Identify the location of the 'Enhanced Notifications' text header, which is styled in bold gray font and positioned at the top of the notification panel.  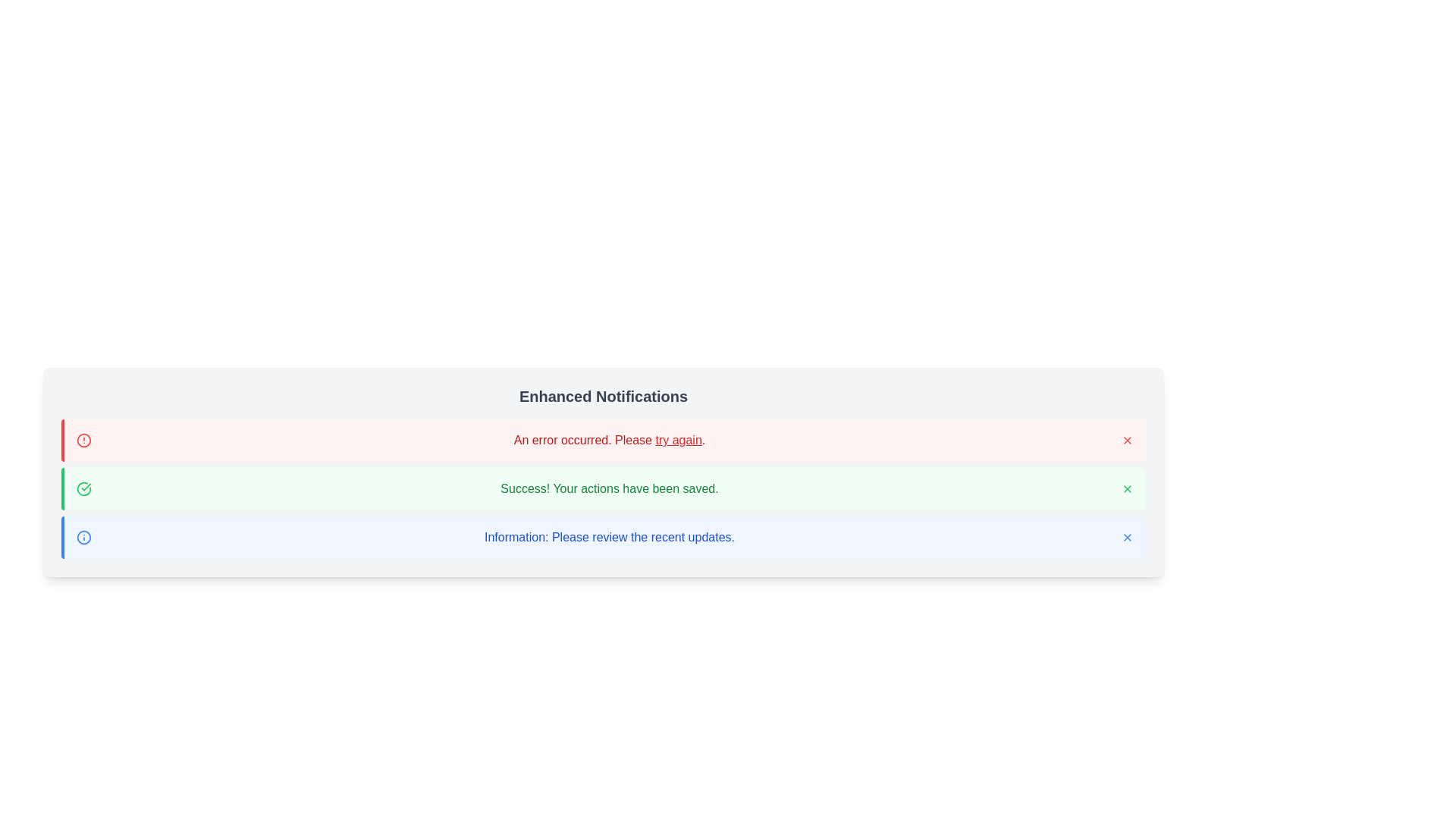
(603, 396).